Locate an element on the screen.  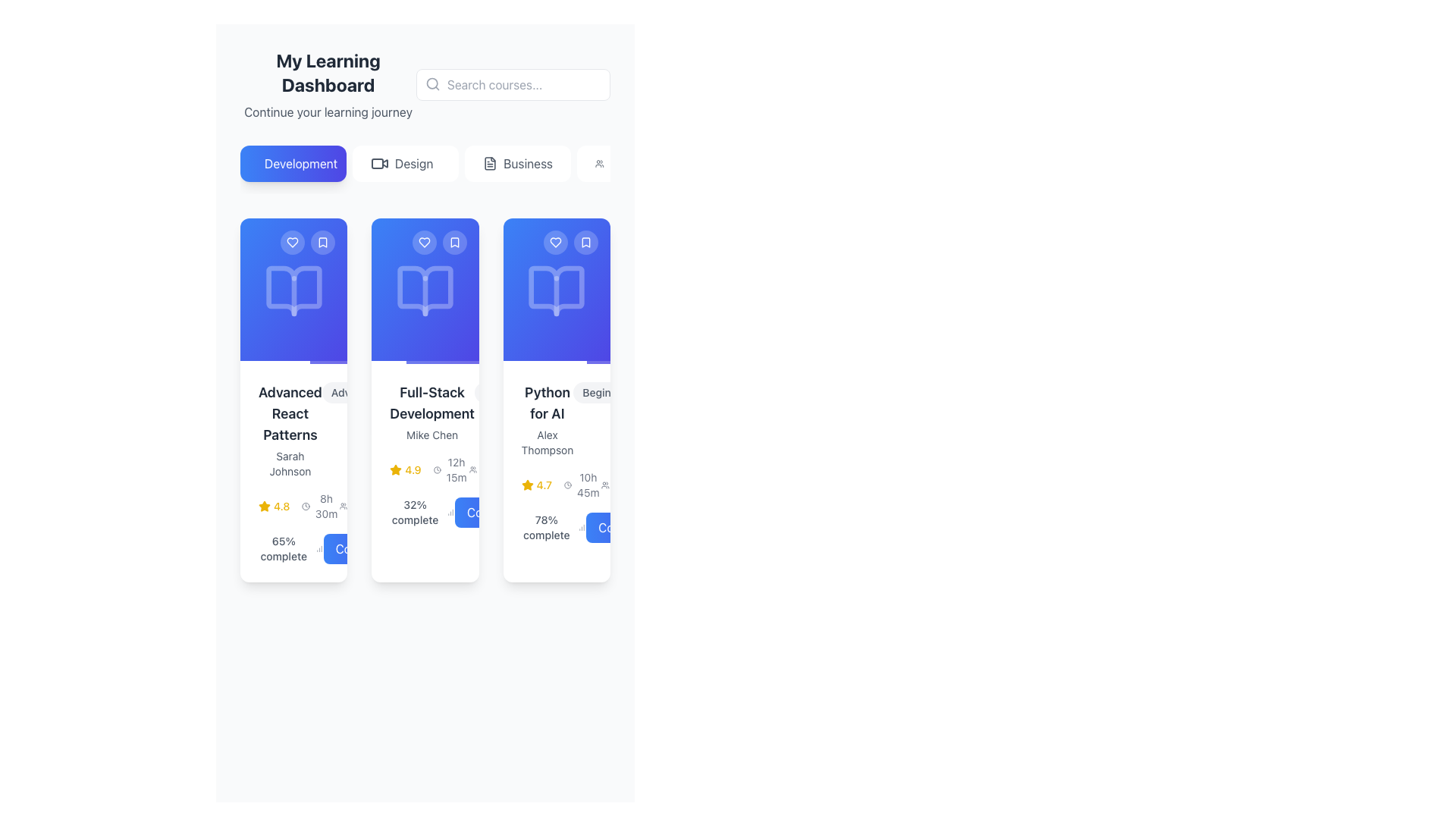
the rounded button with a semi-transparent blue background and a white bookmark icon located in the top-right corner of the second card in the list of learning cards is located at coordinates (453, 242).